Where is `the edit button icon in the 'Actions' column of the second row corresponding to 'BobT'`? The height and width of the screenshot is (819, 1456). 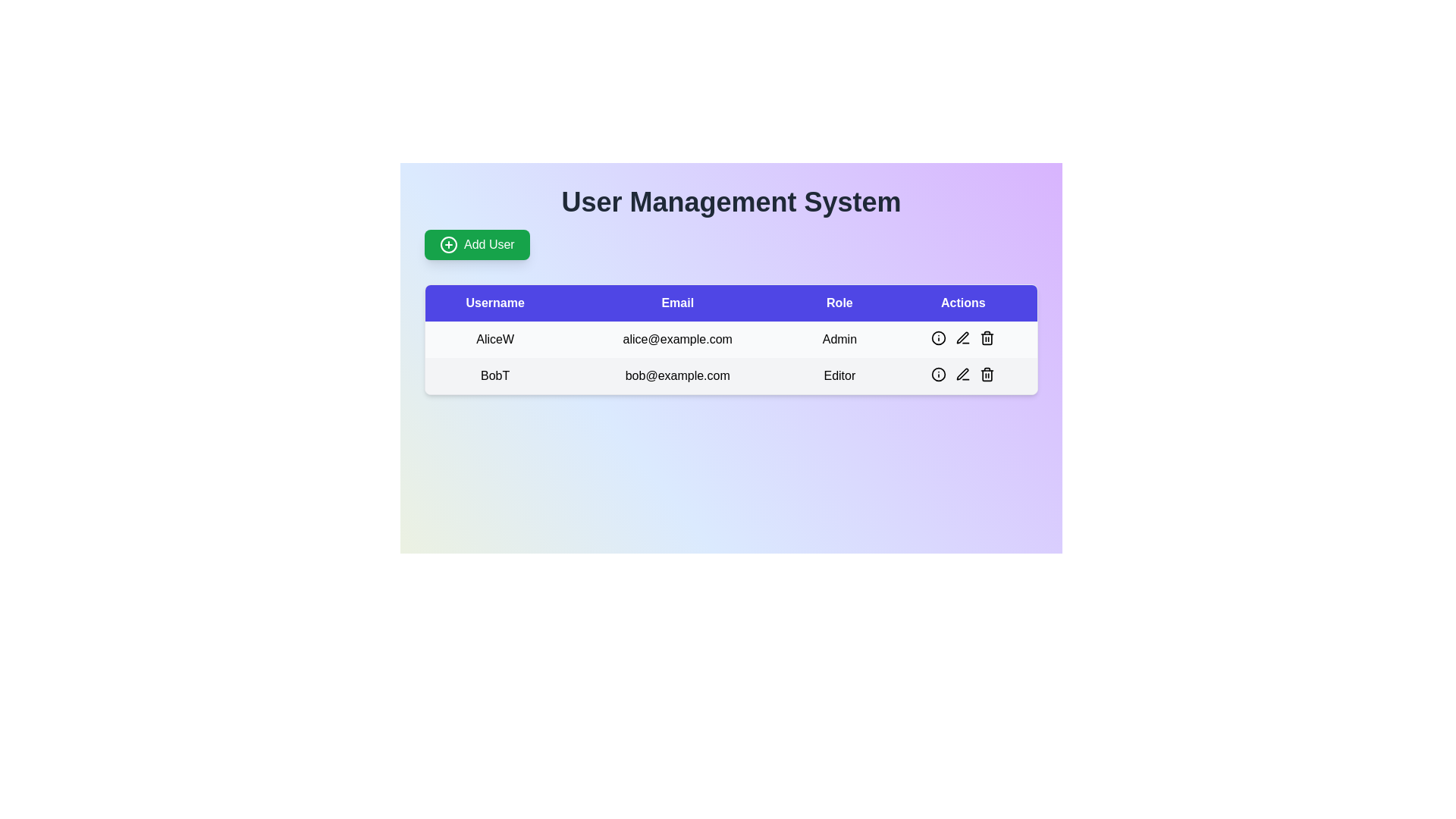 the edit button icon in the 'Actions' column of the second row corresponding to 'BobT' is located at coordinates (962, 337).